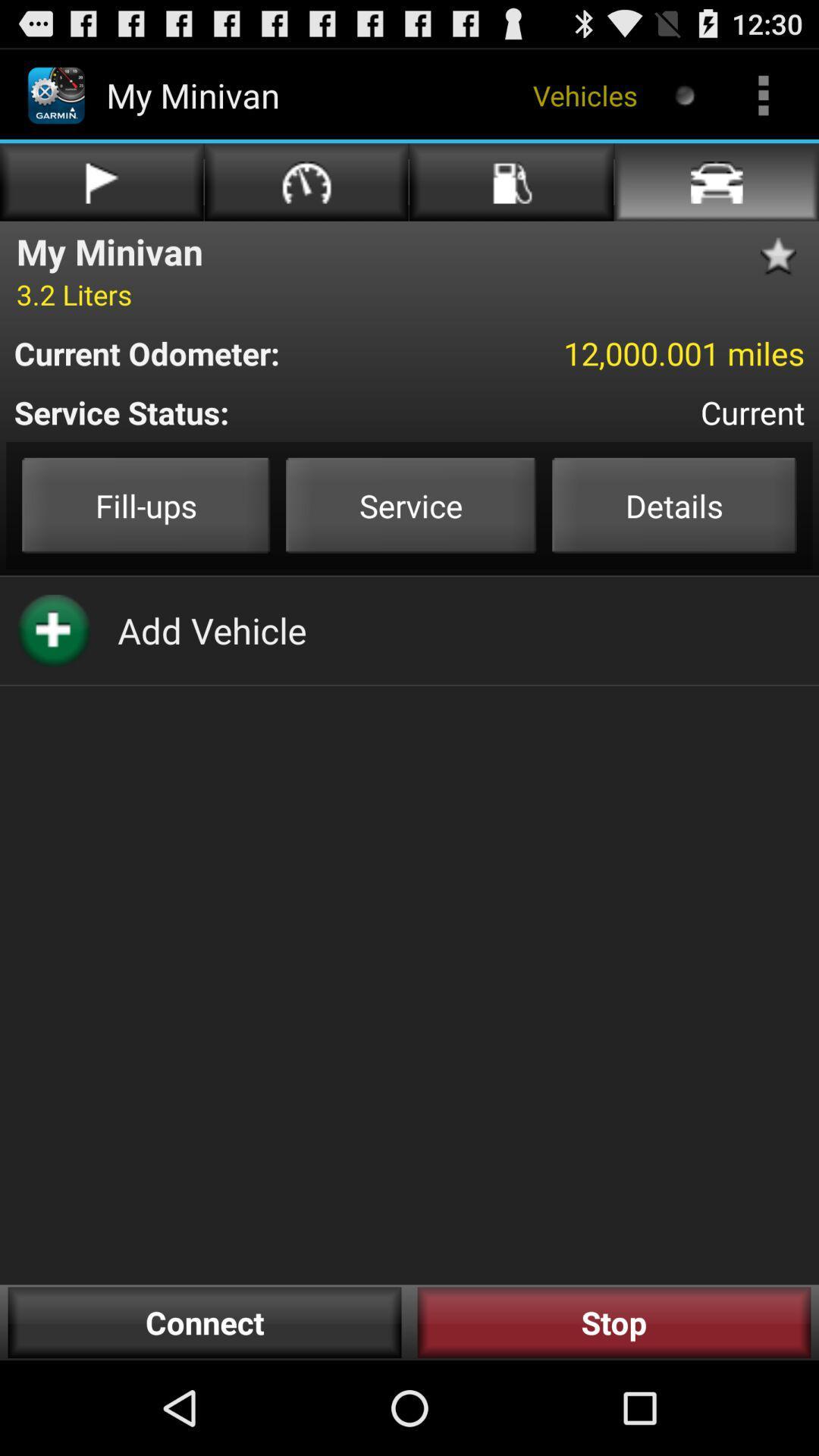 Image resolution: width=819 pixels, height=1456 pixels. What do you see at coordinates (239, 412) in the screenshot?
I see `the item to the left of current item` at bounding box center [239, 412].